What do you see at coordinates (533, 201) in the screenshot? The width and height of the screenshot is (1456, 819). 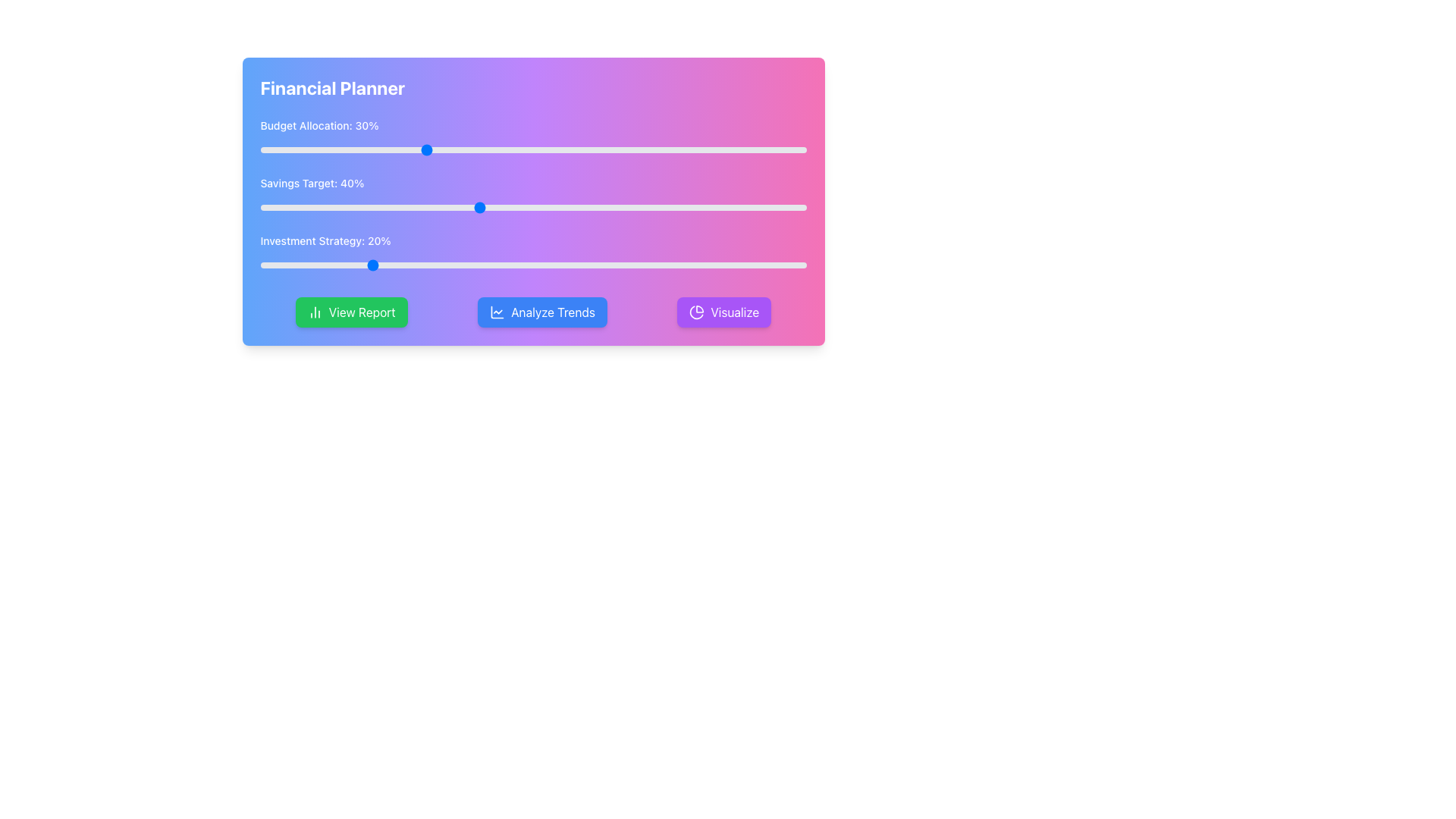 I see `the blue knob of the slider indicating a value of 40% under the label 'Savings Target: 40%' in the financial planner section` at bounding box center [533, 201].